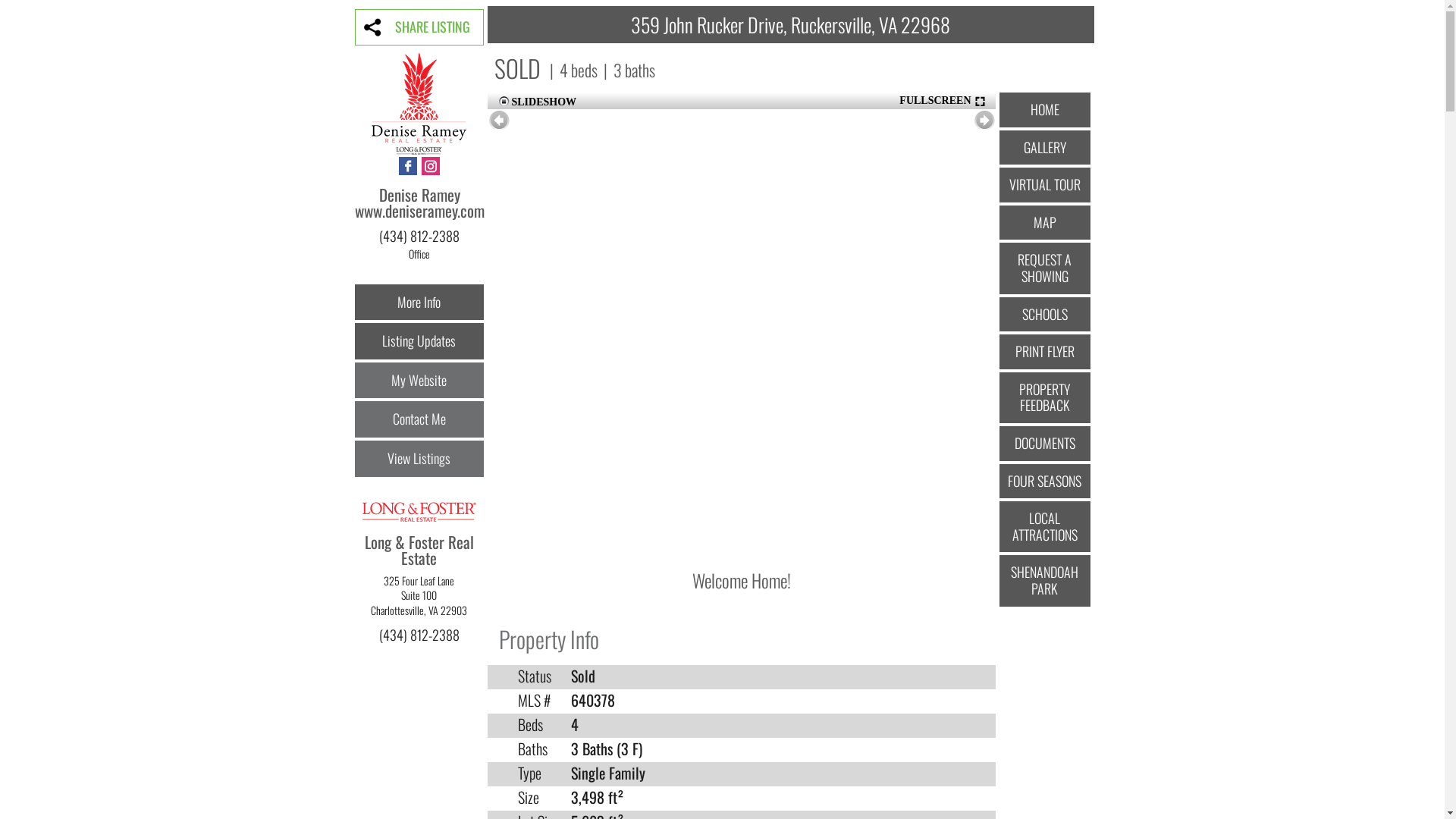 The width and height of the screenshot is (1456, 819). Describe the element at coordinates (1043, 526) in the screenshot. I see `'LOCAL ATTRACTIONS'` at that location.